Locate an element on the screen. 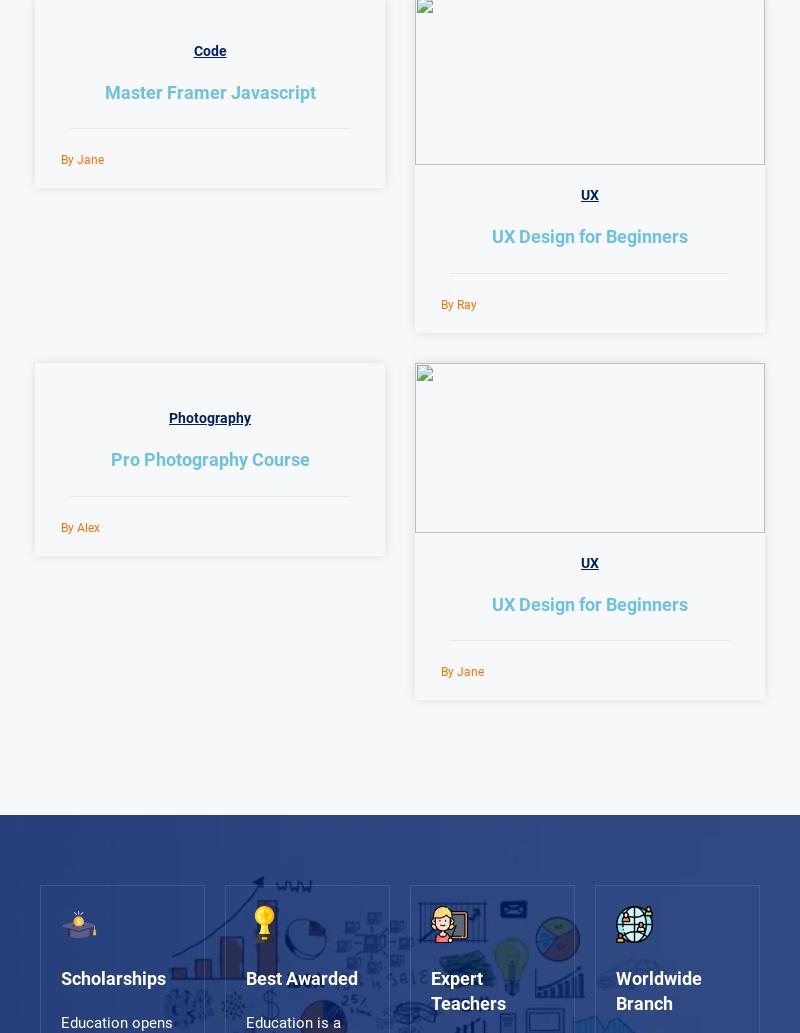  'By Alex' is located at coordinates (80, 526).